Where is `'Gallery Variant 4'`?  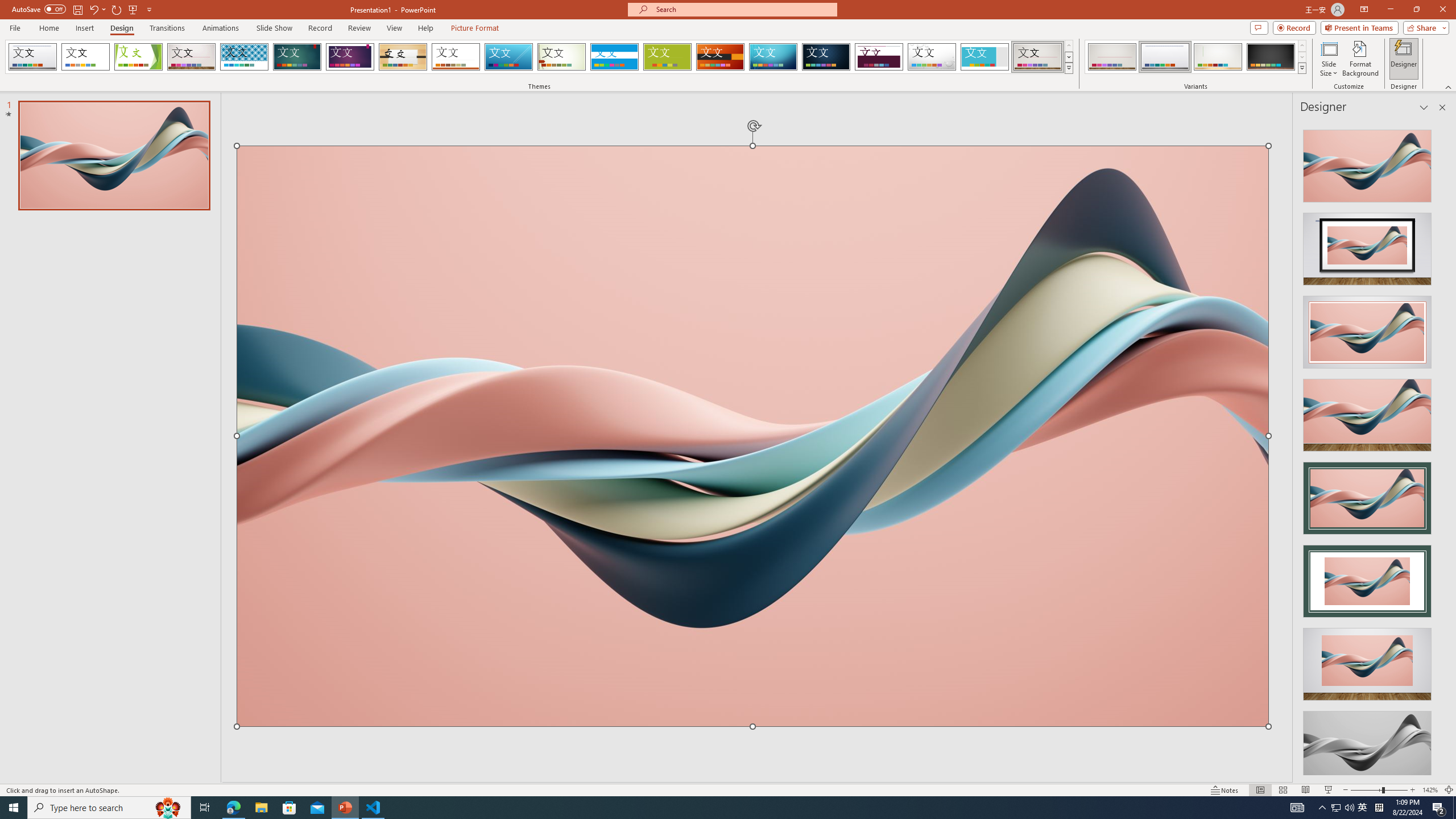
'Gallery Variant 4' is located at coordinates (1270, 56).